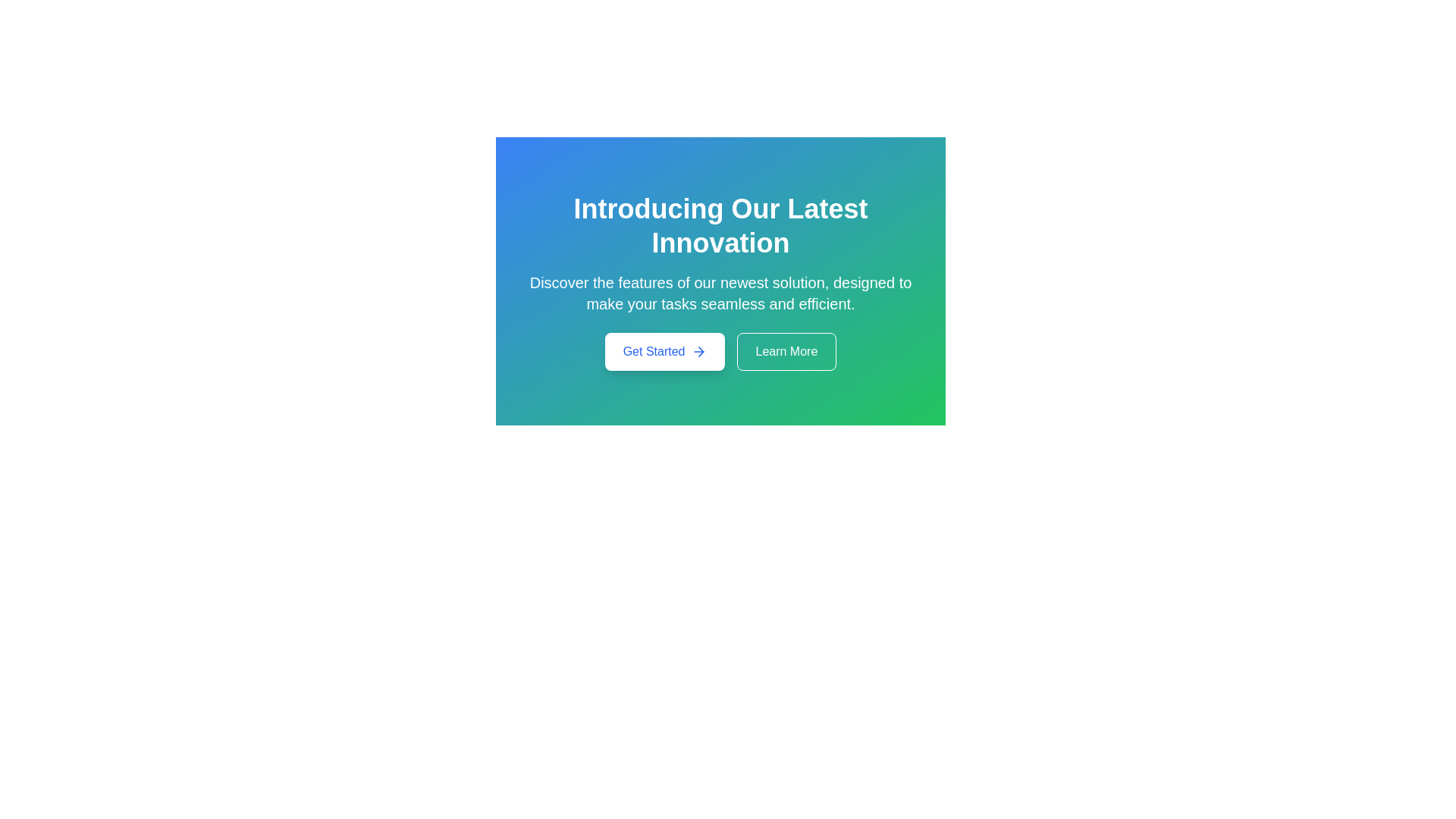  What do you see at coordinates (786, 351) in the screenshot?
I see `the 'Learn More' button, which is a rectangular button with rounded corners and white text, to observe the styling changes such as the blue background` at bounding box center [786, 351].